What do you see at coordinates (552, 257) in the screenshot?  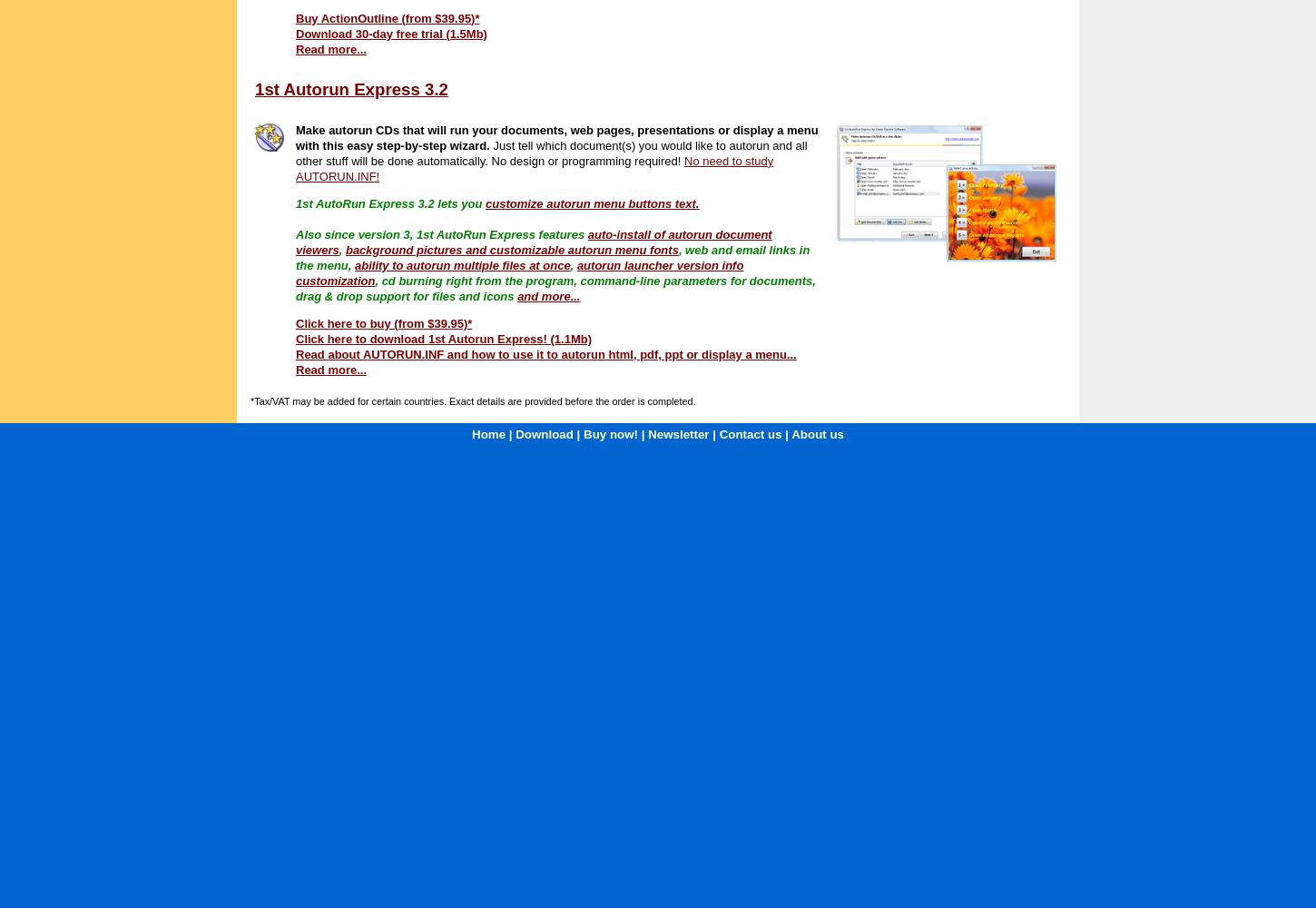 I see `', web and email links in the menu,'` at bounding box center [552, 257].